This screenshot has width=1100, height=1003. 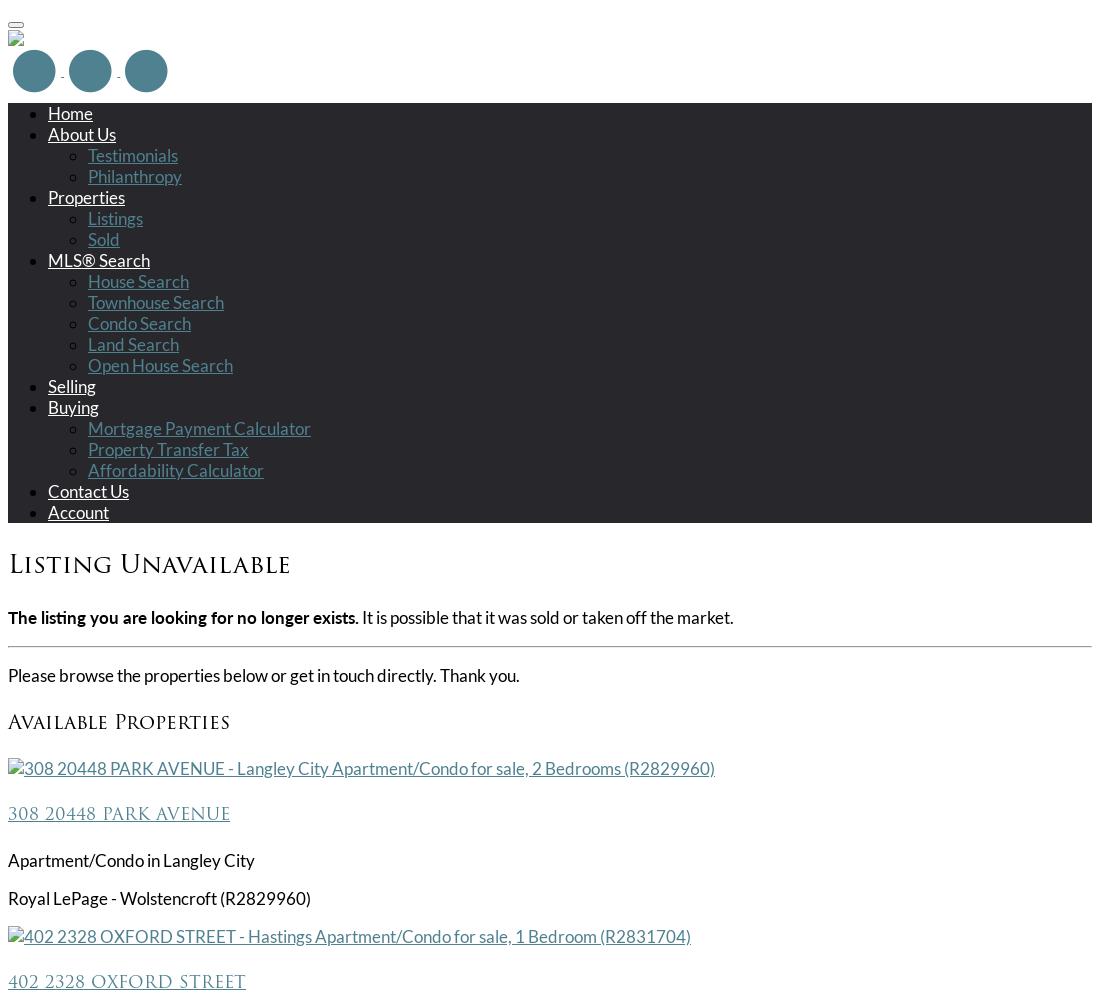 What do you see at coordinates (159, 363) in the screenshot?
I see `'Open House Search'` at bounding box center [159, 363].